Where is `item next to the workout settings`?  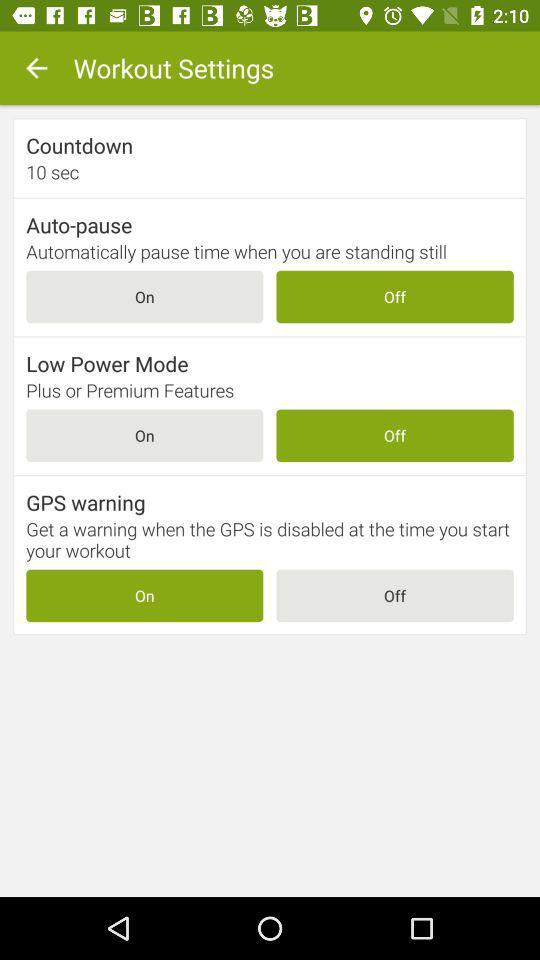
item next to the workout settings is located at coordinates (36, 68).